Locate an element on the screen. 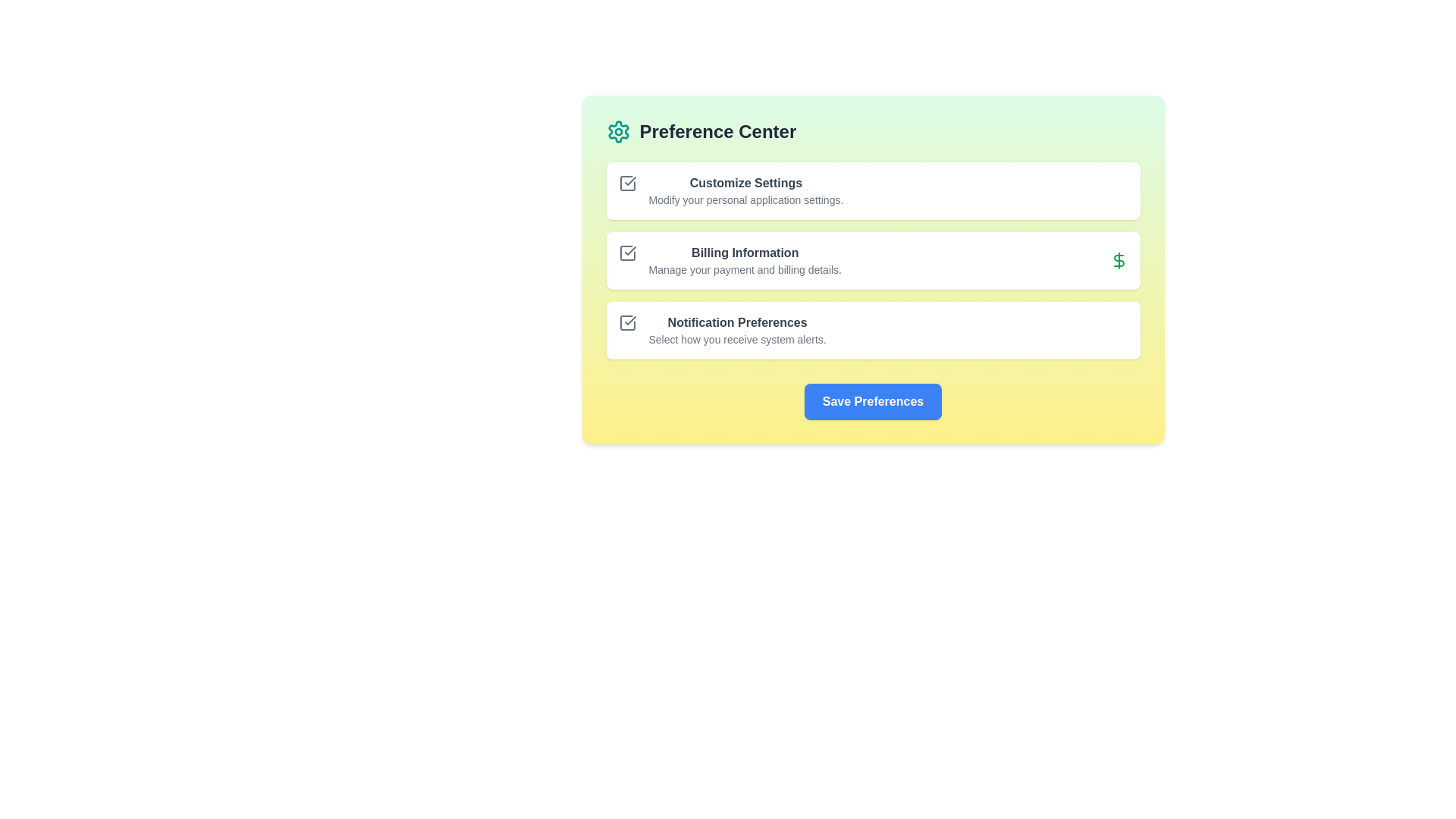 The width and height of the screenshot is (1456, 819). the text element stating 'Manage your payment and billing details.' which is located beneath the 'Billing Information' heading in the Preference Center is located at coordinates (745, 268).